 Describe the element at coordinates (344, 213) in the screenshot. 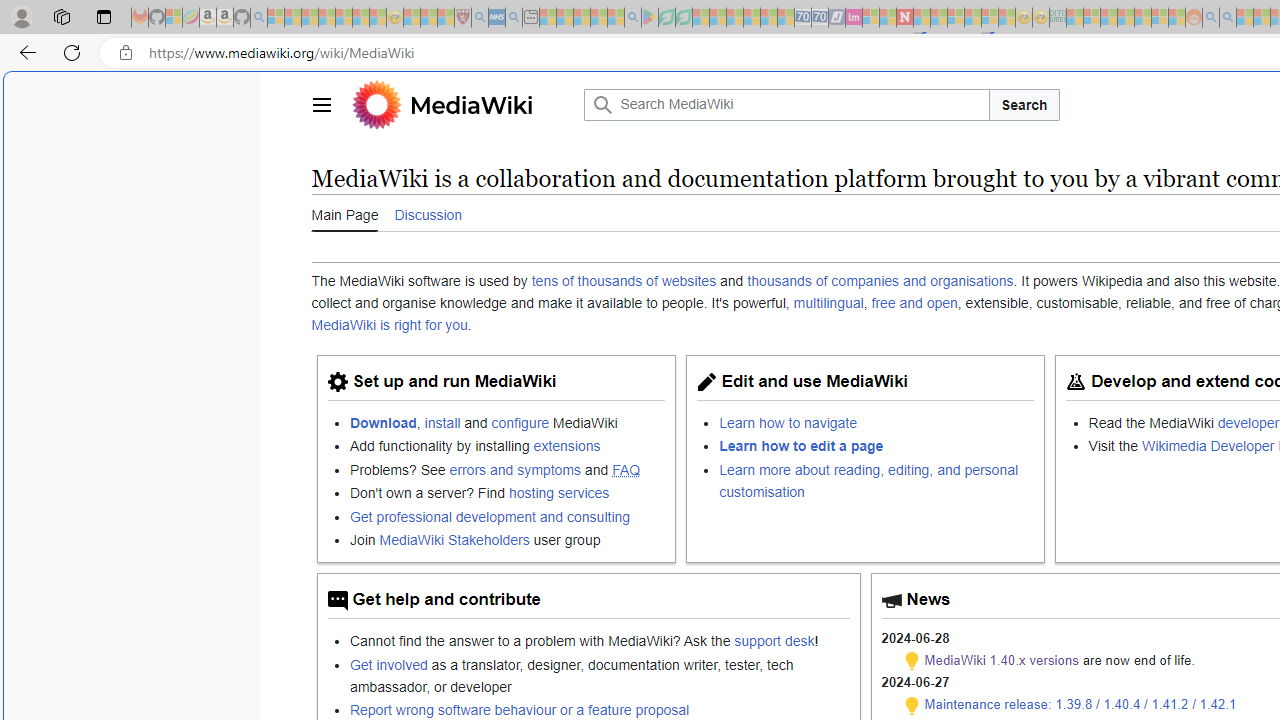

I see `'Main Page'` at that location.